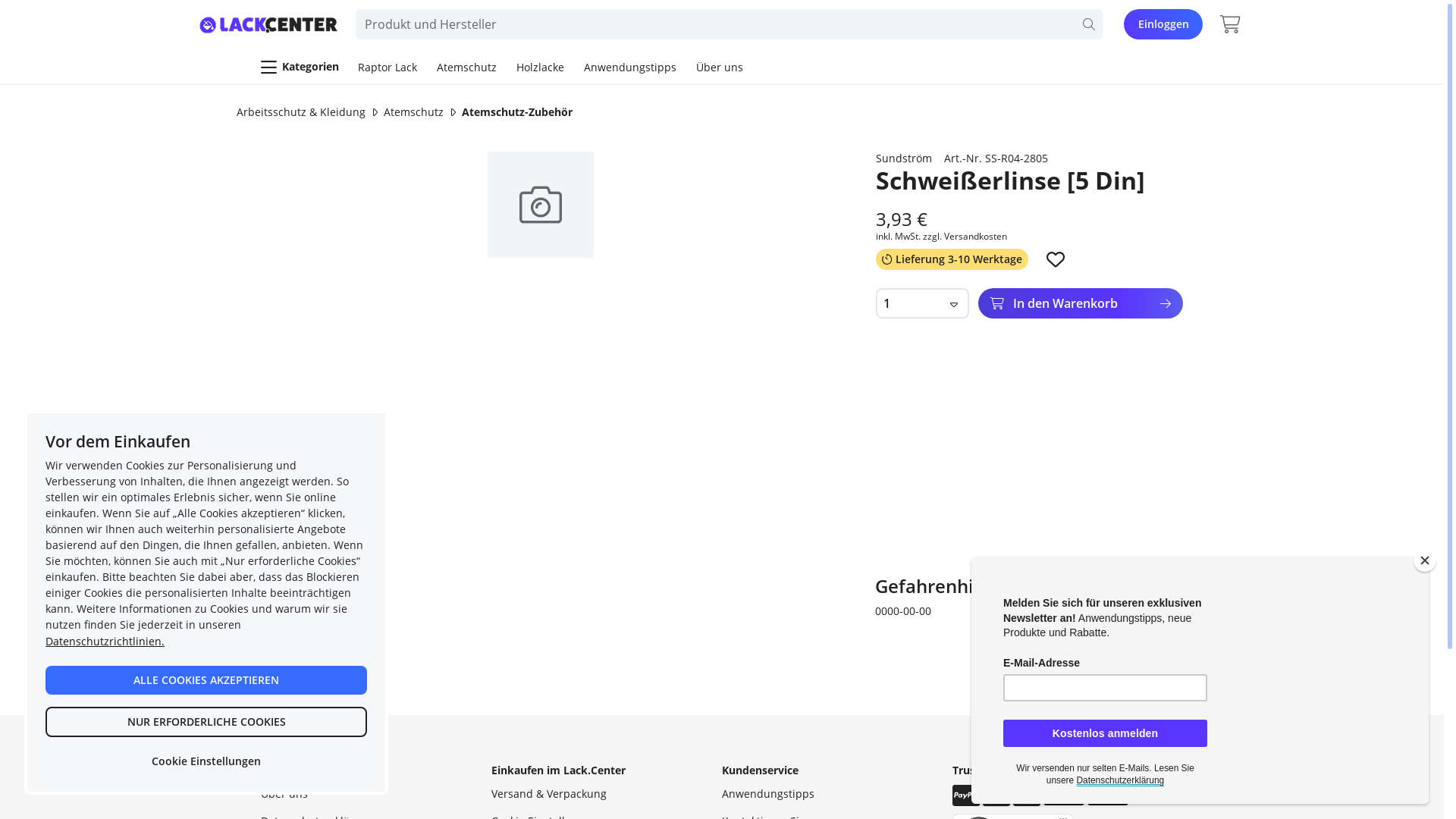 The height and width of the screenshot is (819, 1456). I want to click on 'In den Warenkorb', so click(1080, 303).